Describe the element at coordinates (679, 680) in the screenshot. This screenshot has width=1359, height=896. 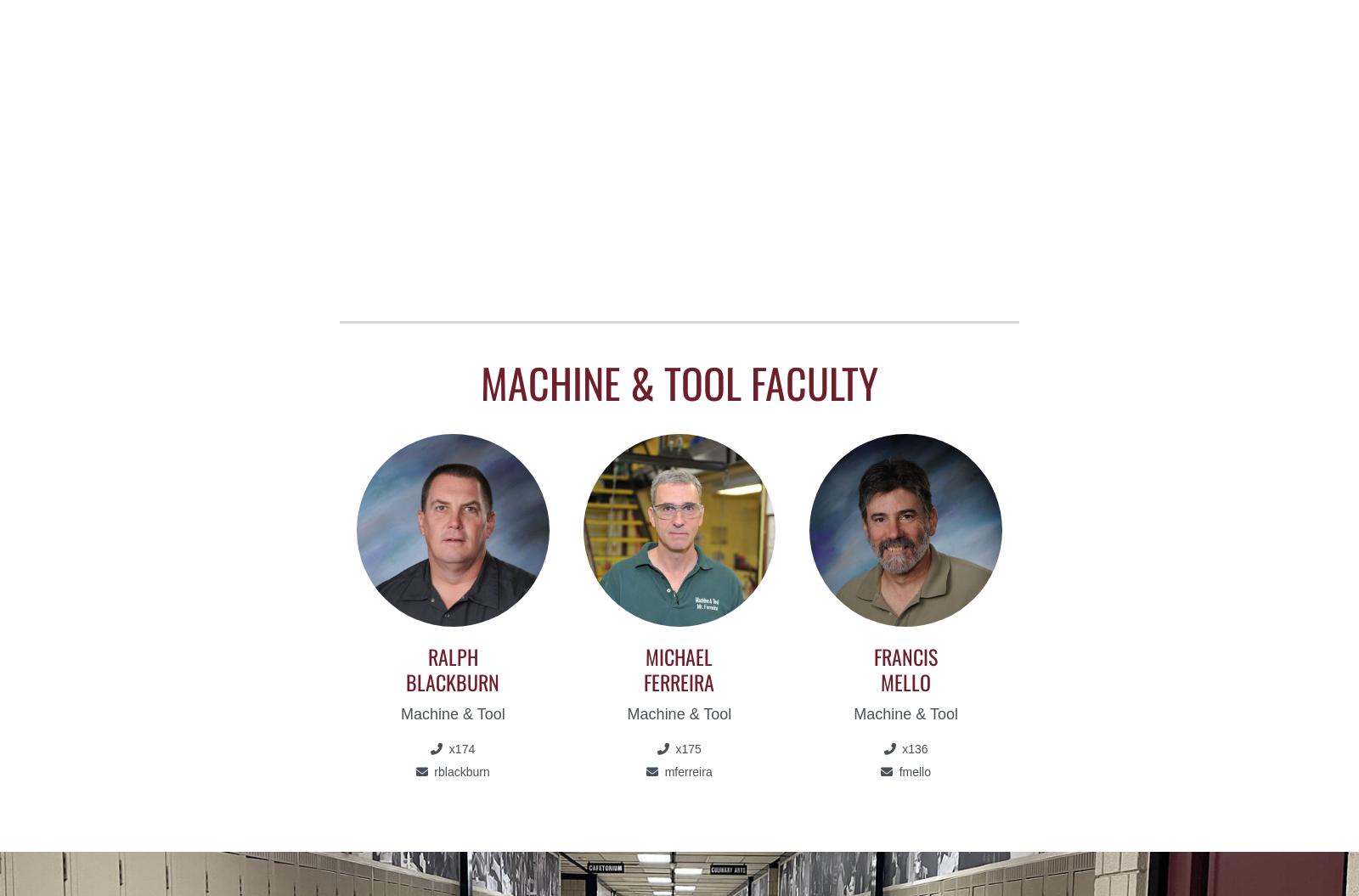
I see `'Ferreira'` at that location.